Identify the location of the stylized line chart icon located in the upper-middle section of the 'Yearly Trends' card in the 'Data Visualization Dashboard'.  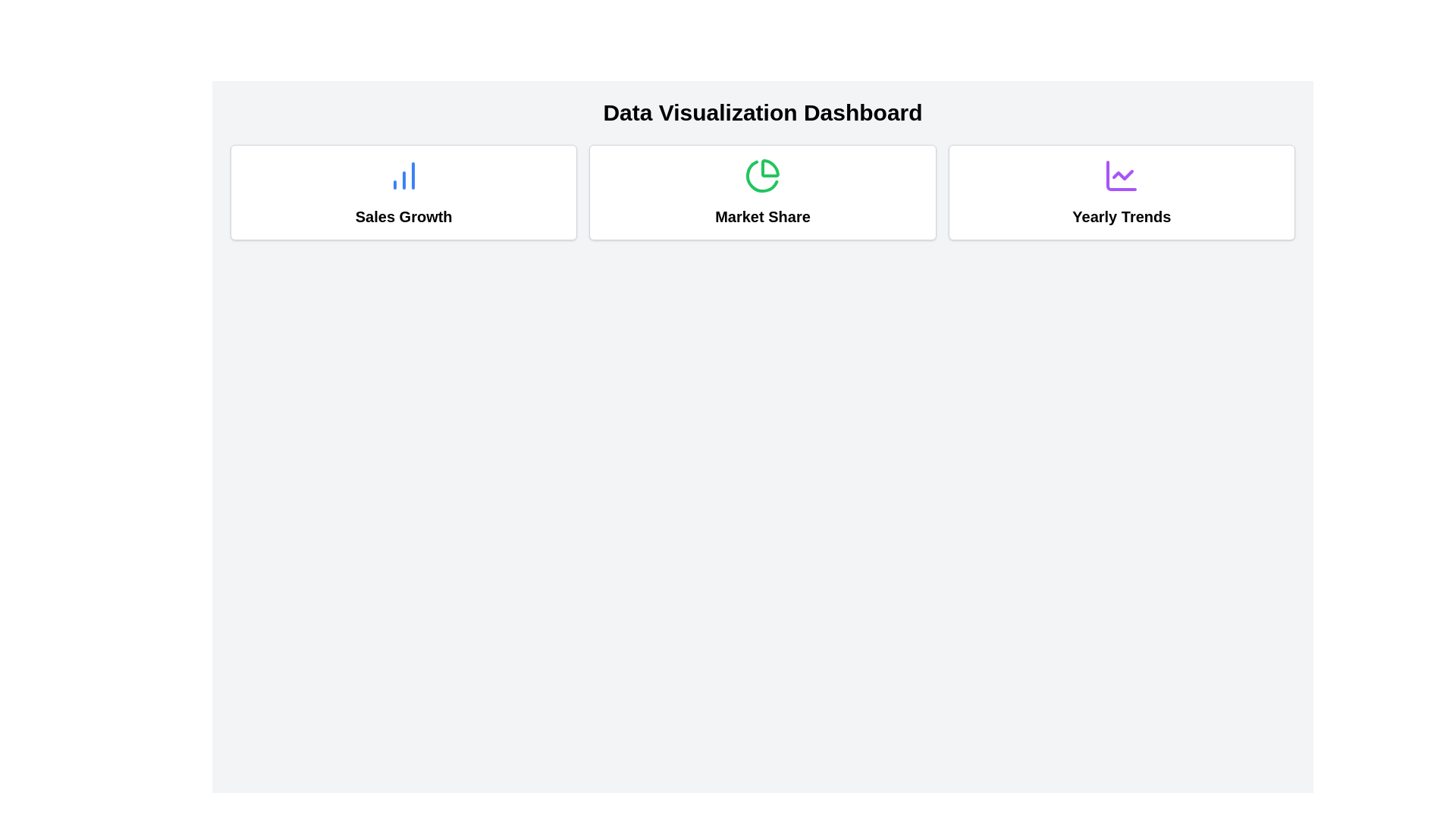
(1122, 174).